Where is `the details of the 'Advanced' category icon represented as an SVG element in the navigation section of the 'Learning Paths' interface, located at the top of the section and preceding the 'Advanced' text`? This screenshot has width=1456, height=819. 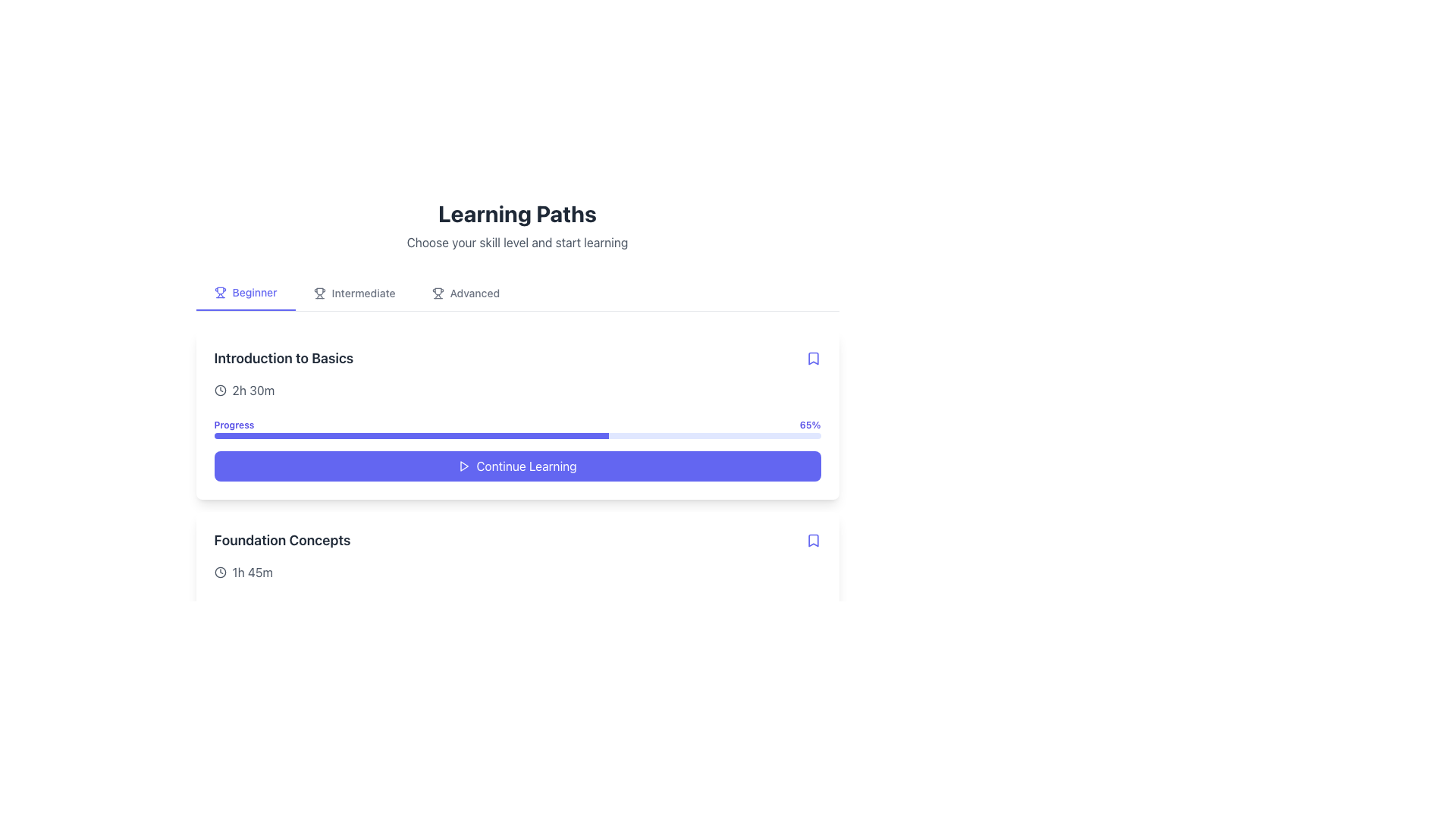 the details of the 'Advanced' category icon represented as an SVG element in the navigation section of the 'Learning Paths' interface, located at the top of the section and preceding the 'Advanced' text is located at coordinates (437, 293).